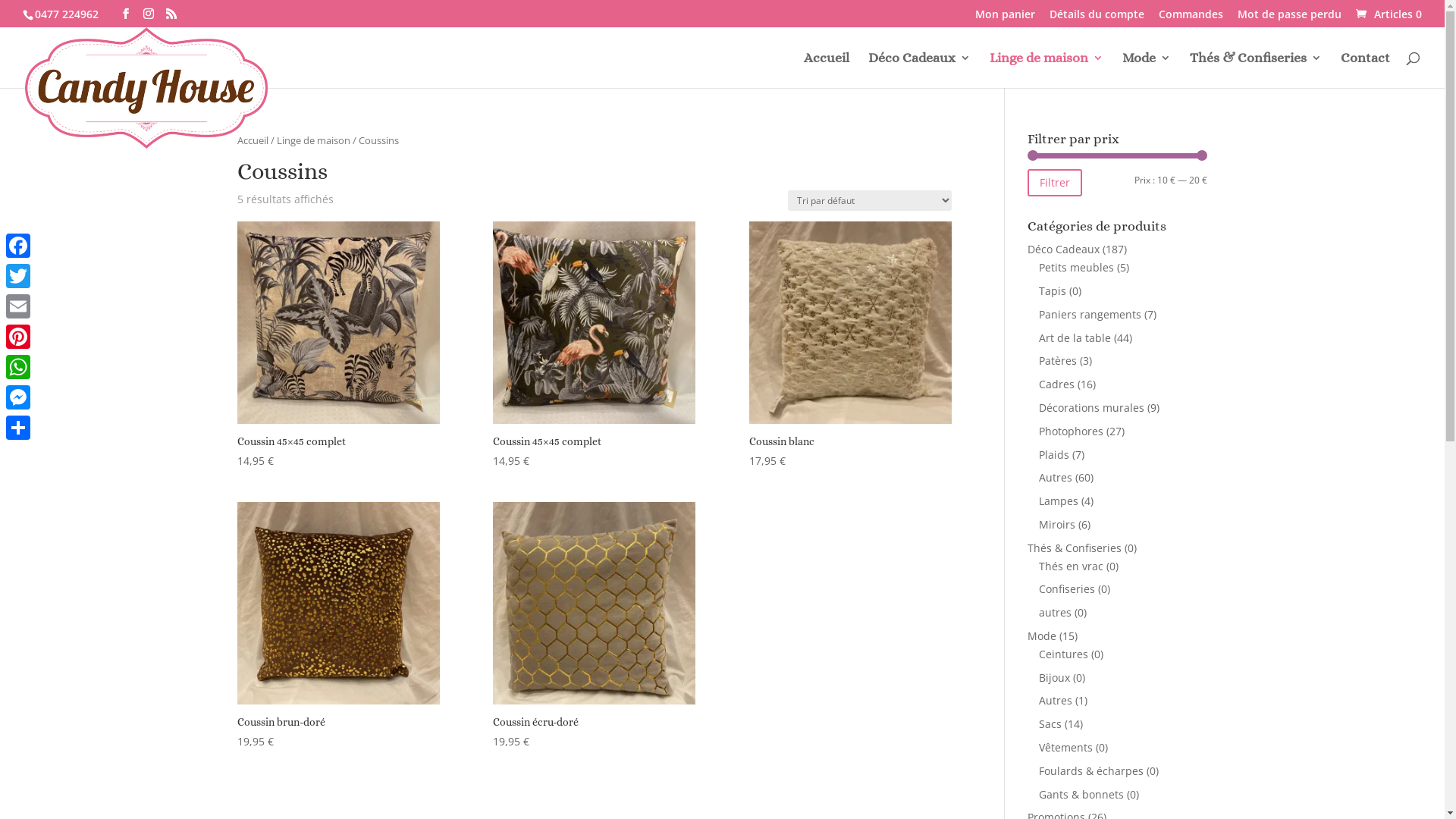 This screenshot has height=819, width=1456. Describe the element at coordinates (1288, 18) in the screenshot. I see `'Mot de passe perdu'` at that location.